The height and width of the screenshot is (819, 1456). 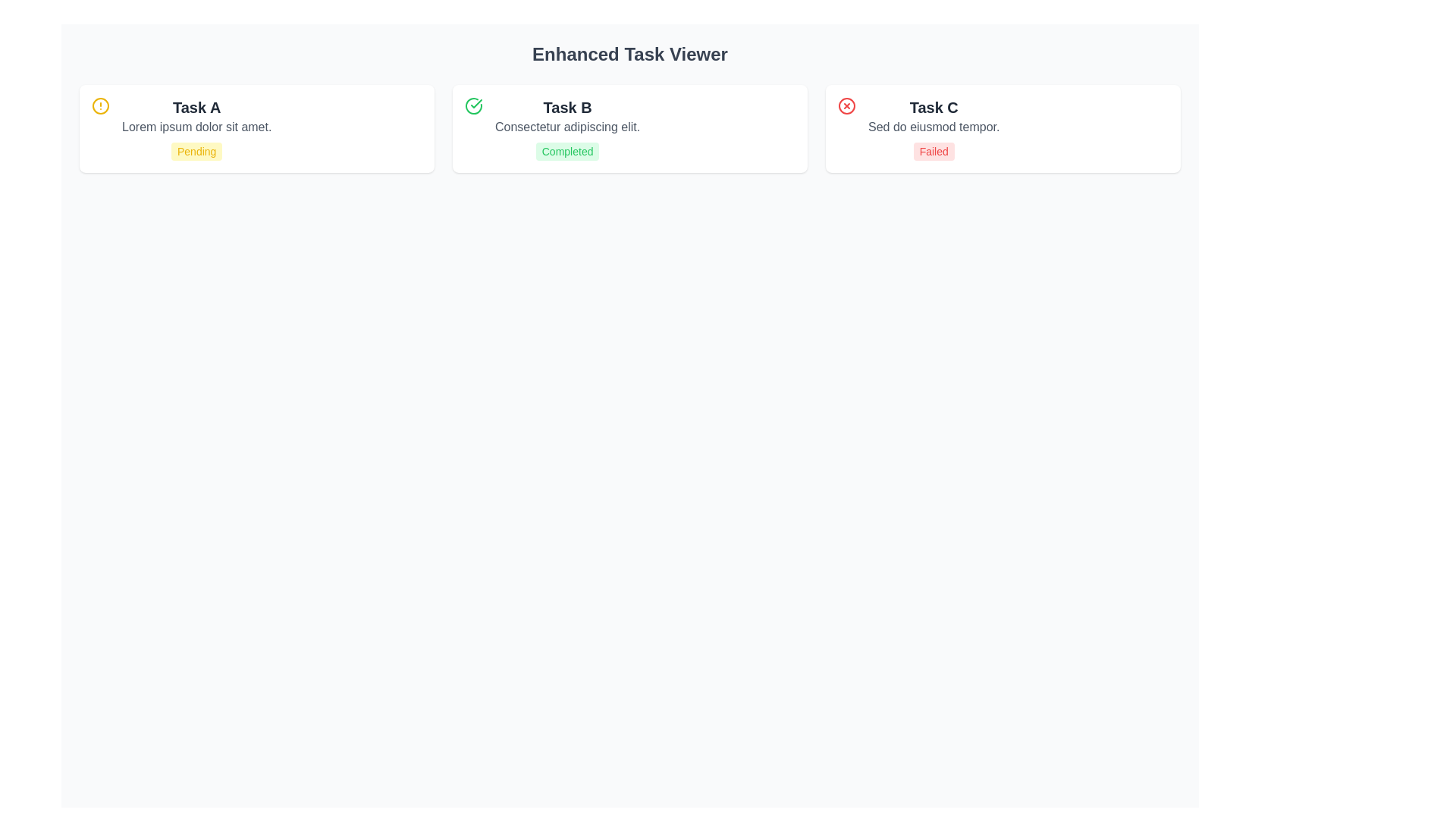 I want to click on the Text Header at the top of the page, which serves as the title of the interface, so click(x=629, y=54).